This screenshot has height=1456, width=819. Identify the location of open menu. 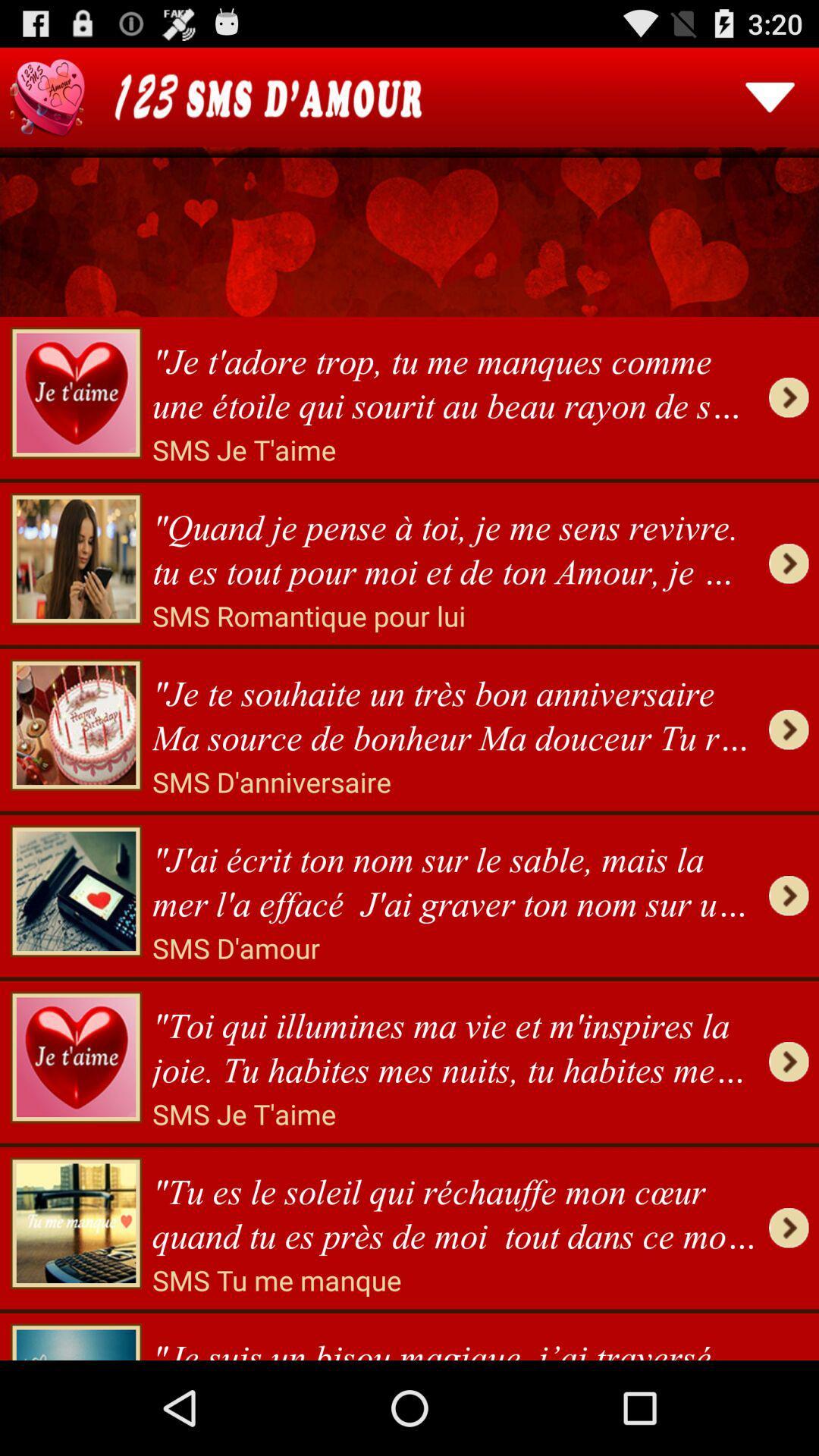
(770, 96).